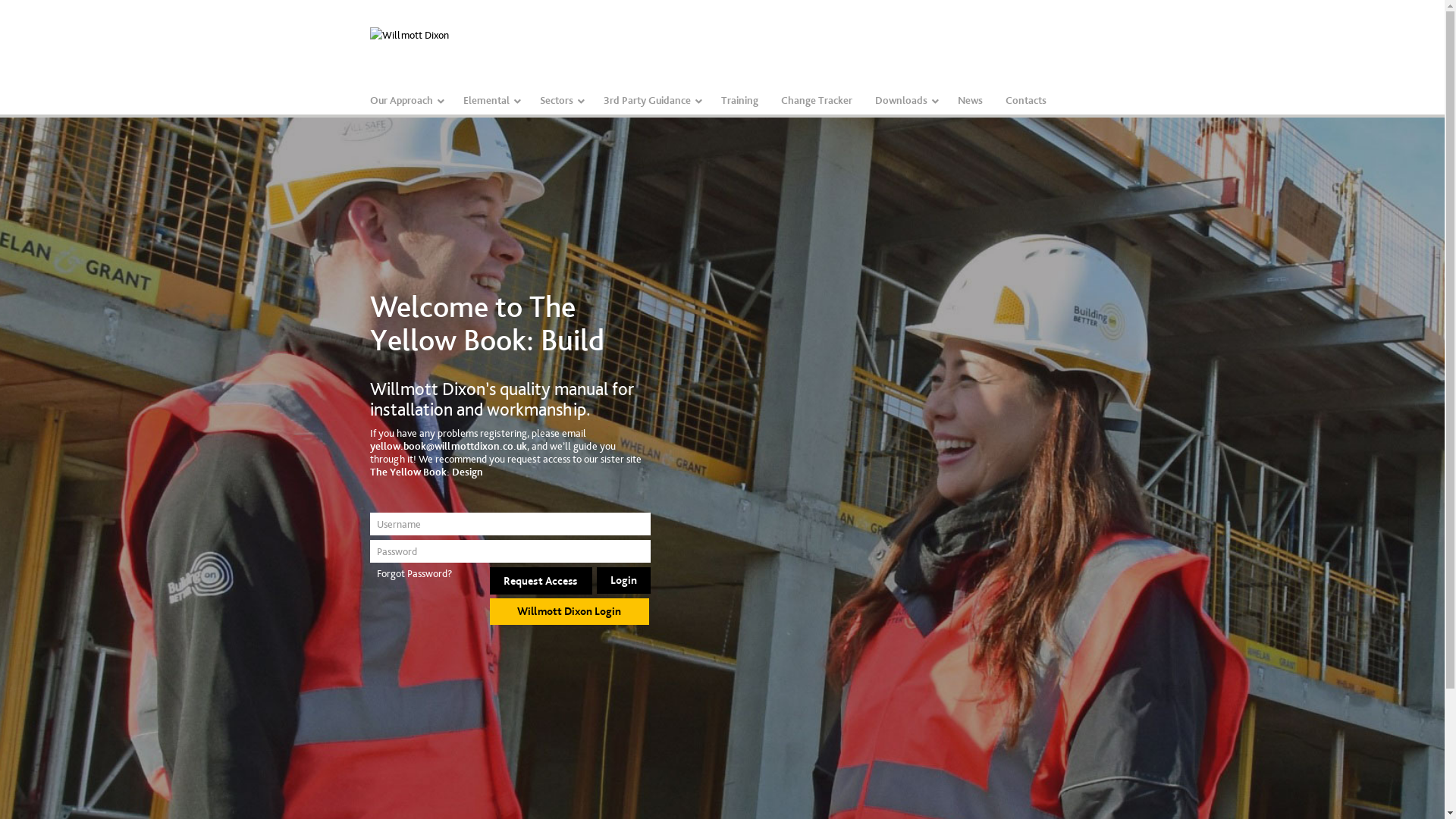 This screenshot has width=1456, height=819. I want to click on 'The Yellow Book: Design', so click(425, 470).